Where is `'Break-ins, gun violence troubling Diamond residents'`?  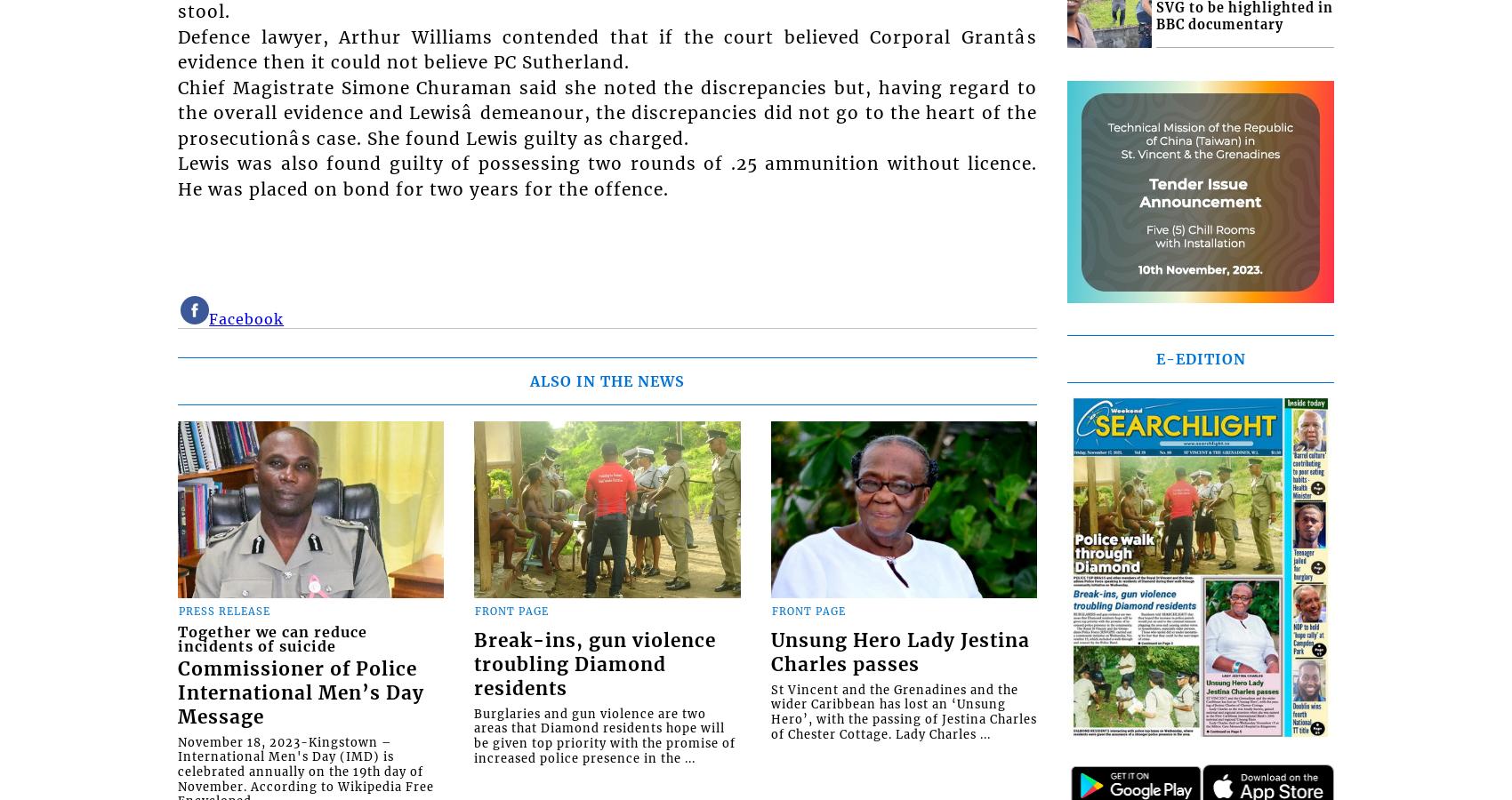 'Break-ins, gun violence troubling Diamond residents' is located at coordinates (594, 663).